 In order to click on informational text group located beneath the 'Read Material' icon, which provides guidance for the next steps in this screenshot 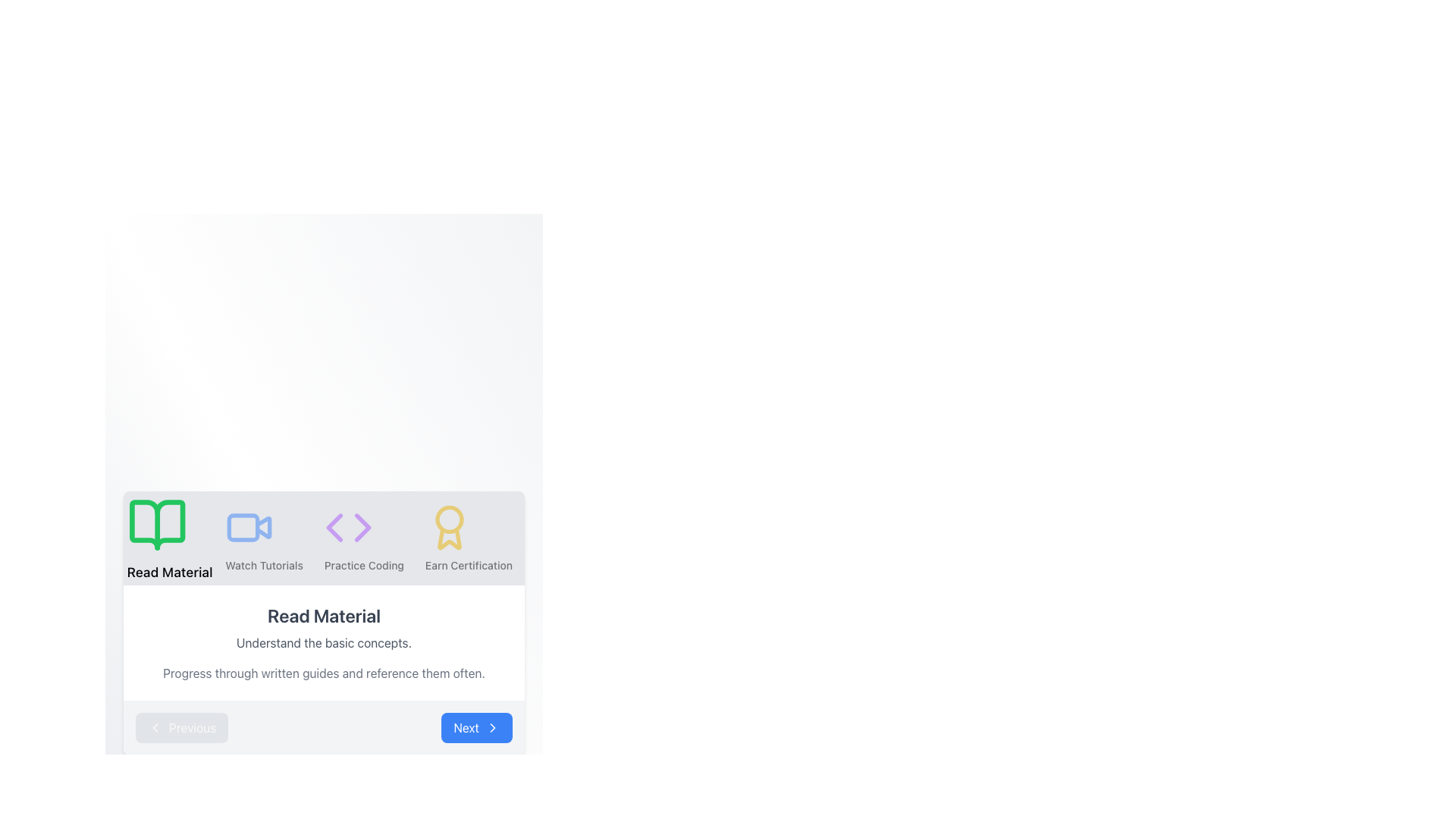, I will do `click(323, 643)`.